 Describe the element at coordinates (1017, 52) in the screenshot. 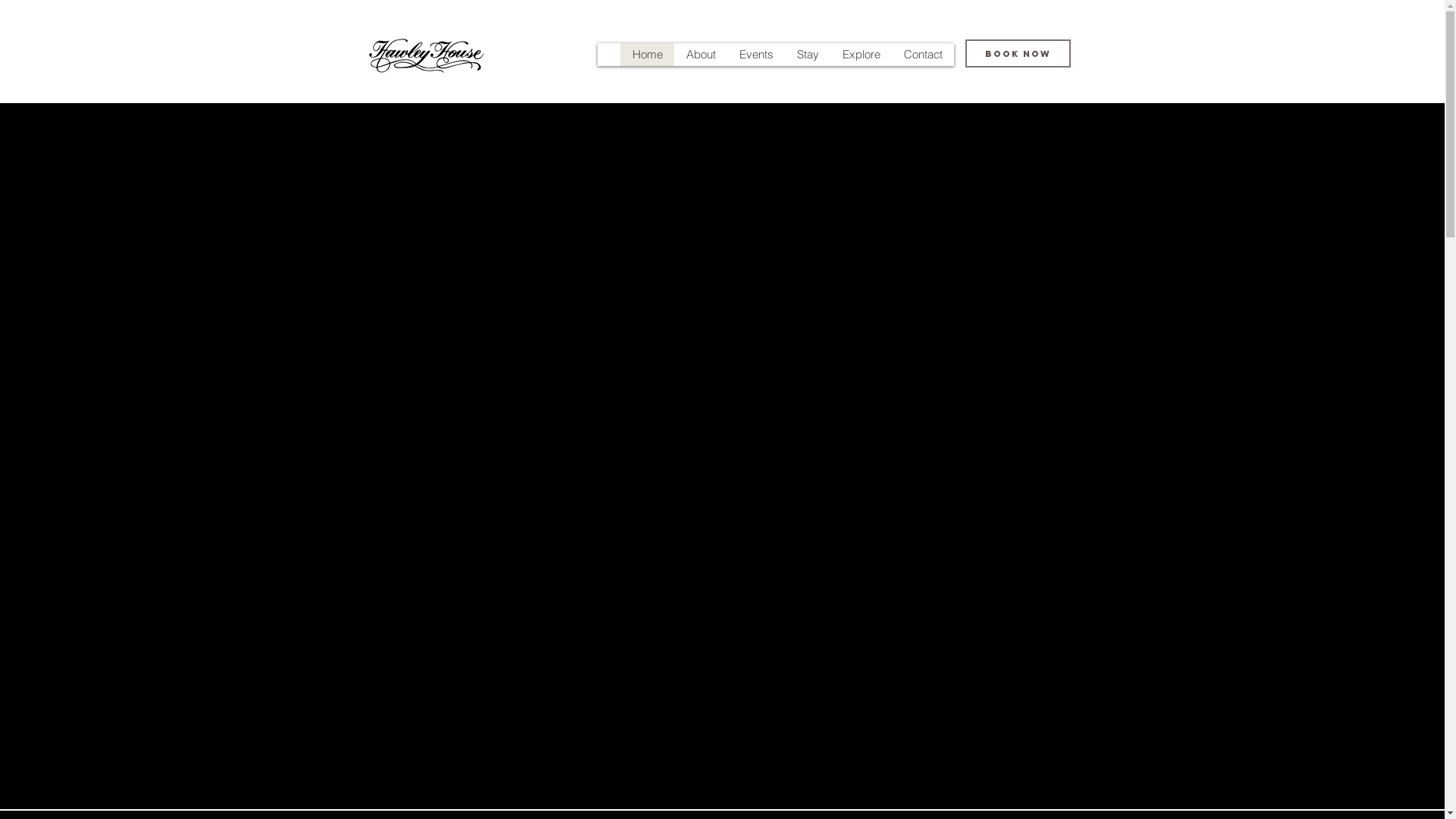

I see `'BOOK NOW'` at that location.